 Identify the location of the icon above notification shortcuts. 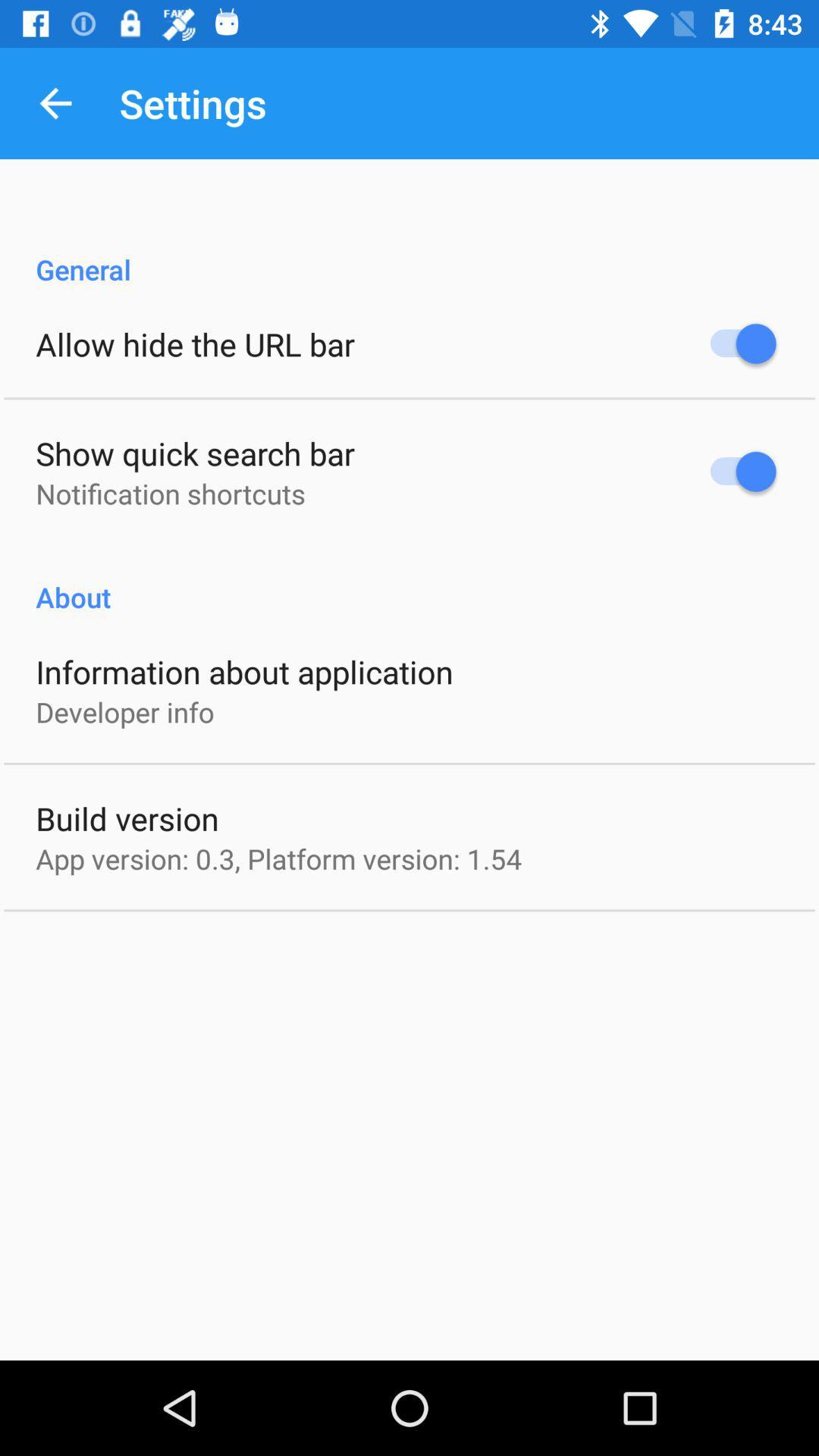
(194, 452).